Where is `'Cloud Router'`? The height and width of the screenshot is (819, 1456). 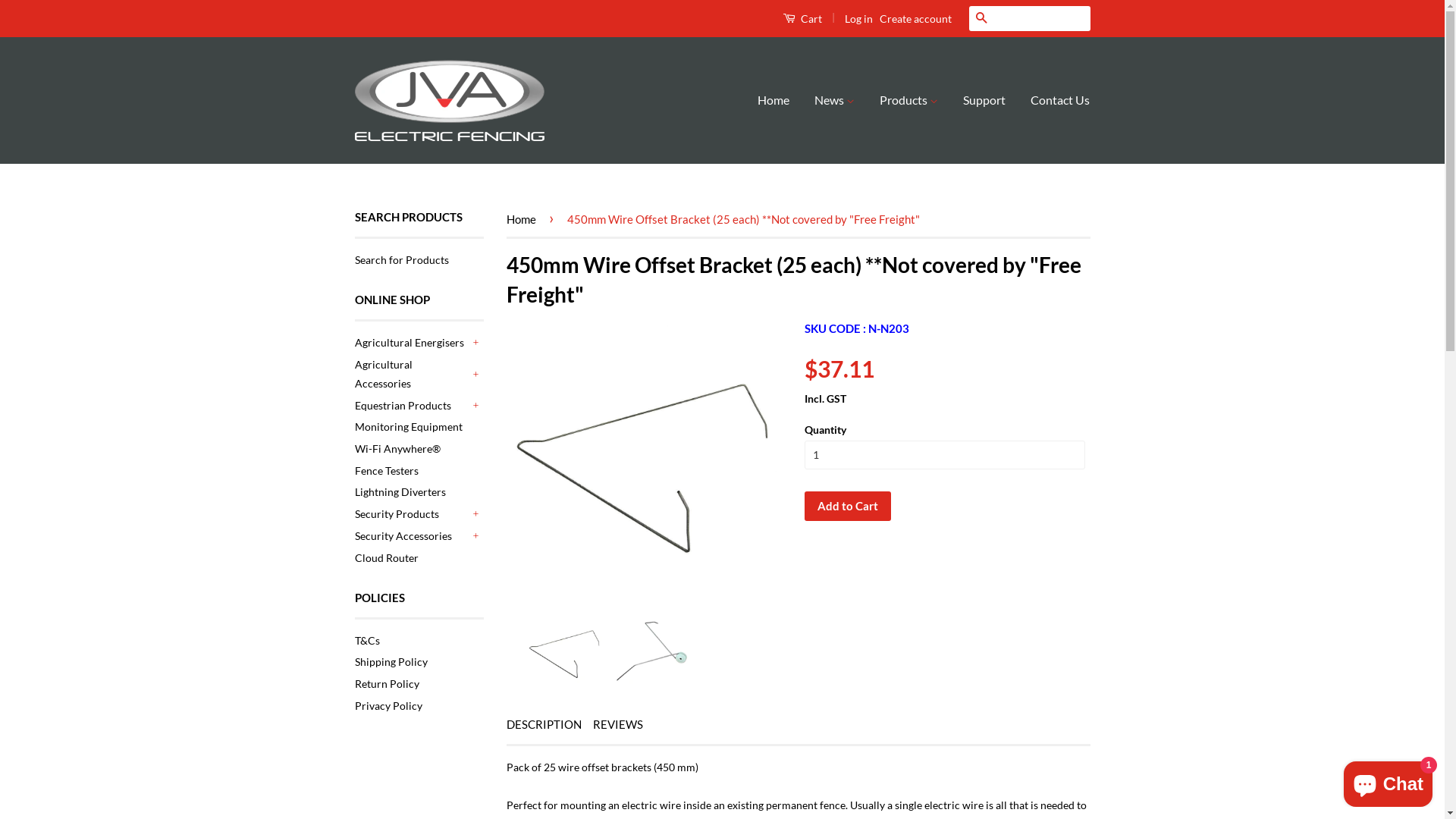 'Cloud Router' is located at coordinates (386, 557).